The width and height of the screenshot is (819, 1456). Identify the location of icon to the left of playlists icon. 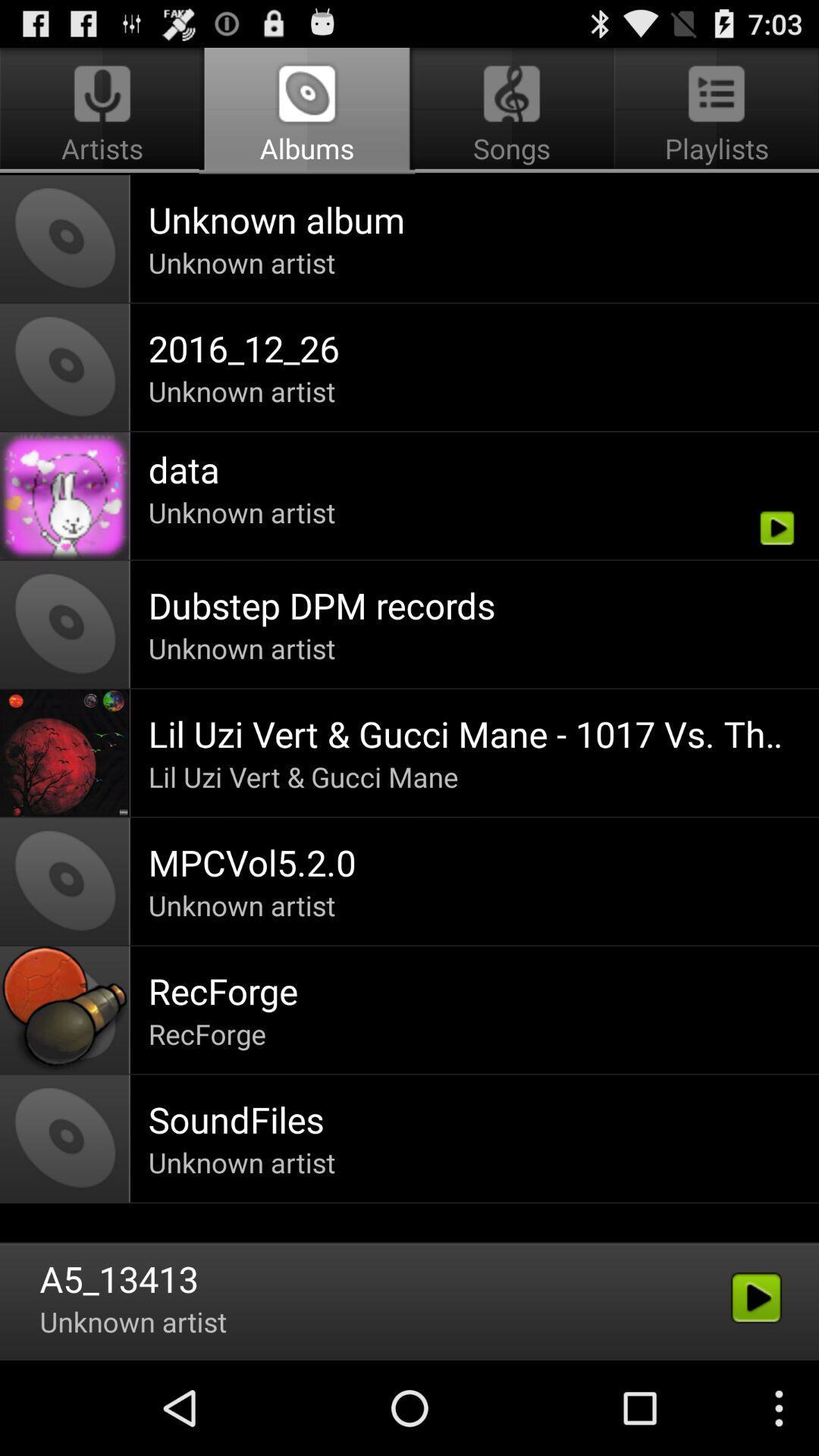
(307, 111).